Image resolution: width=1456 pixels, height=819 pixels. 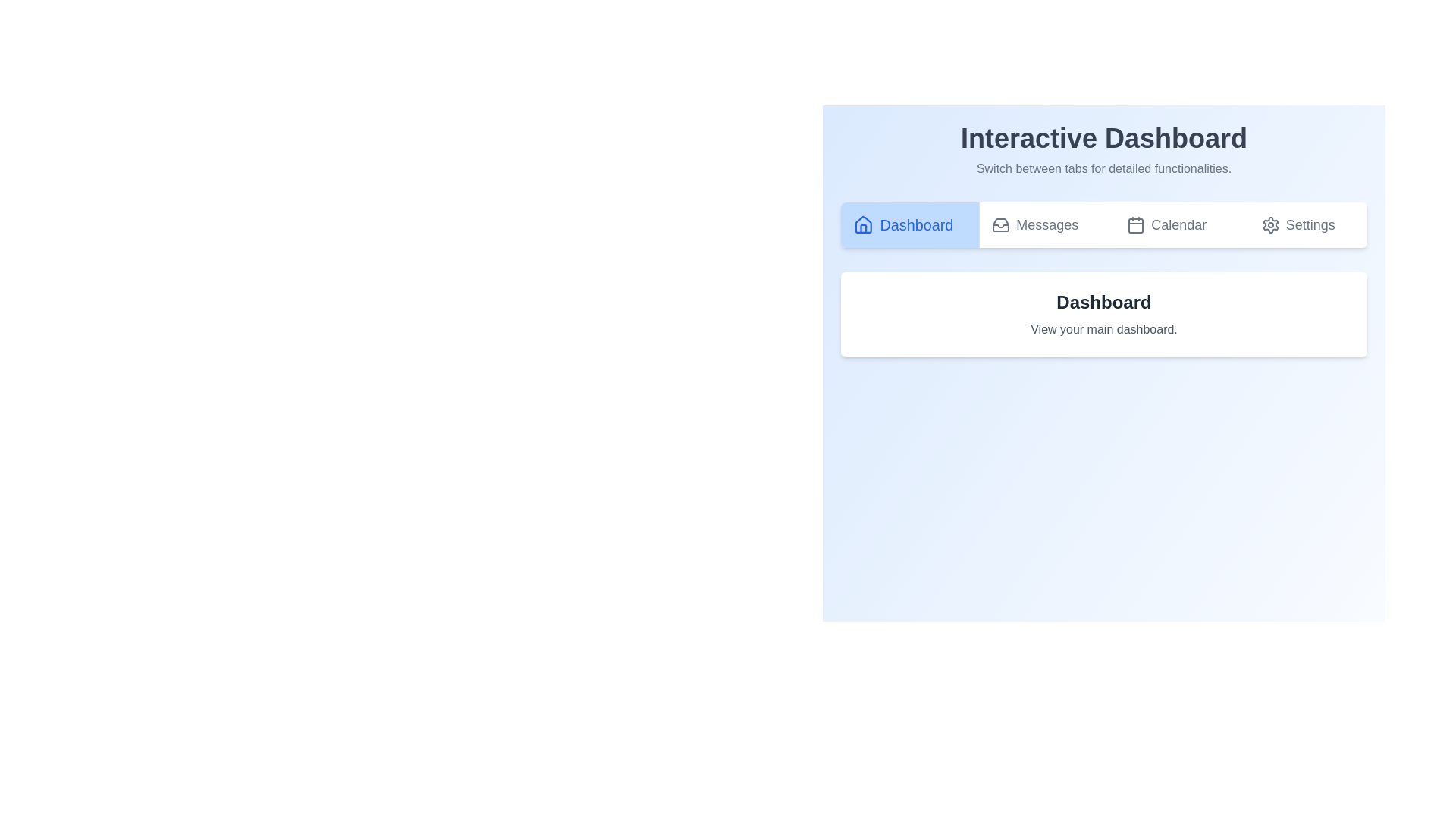 What do you see at coordinates (1103, 329) in the screenshot?
I see `the informational text providing a brief explanation about the primary function of the 'Dashboard' section, which is positioned directly below the 'Dashboard' heading within a white, rounded rectangular card` at bounding box center [1103, 329].